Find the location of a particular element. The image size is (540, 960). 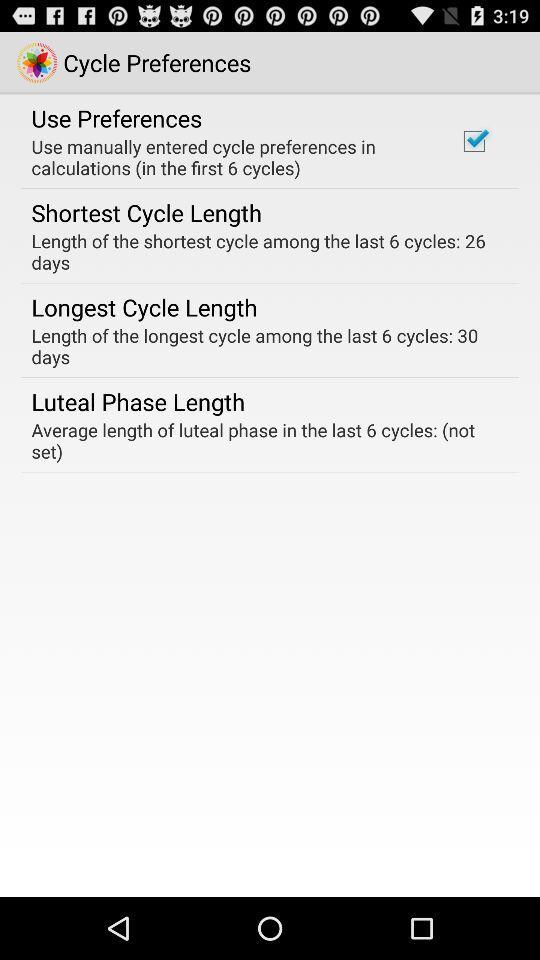

the icon at the top right corner is located at coordinates (473, 140).